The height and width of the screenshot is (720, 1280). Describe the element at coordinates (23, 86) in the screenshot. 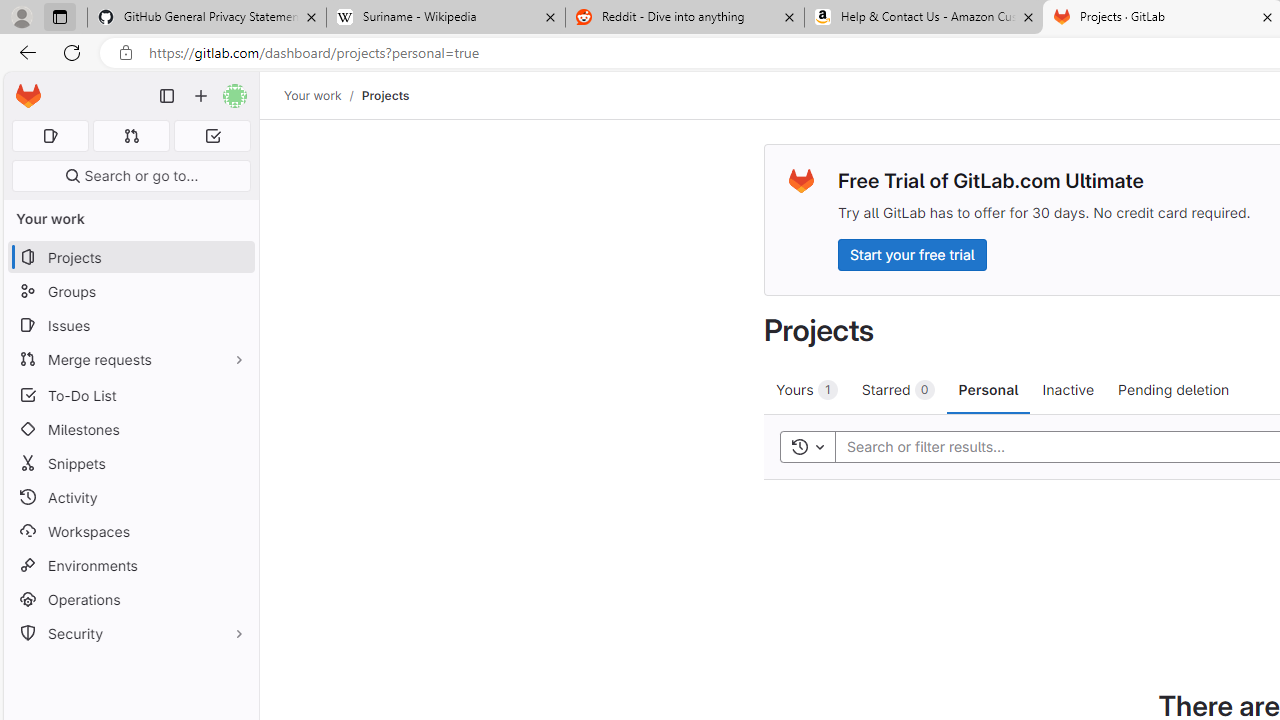

I see `'Skip to main content'` at that location.